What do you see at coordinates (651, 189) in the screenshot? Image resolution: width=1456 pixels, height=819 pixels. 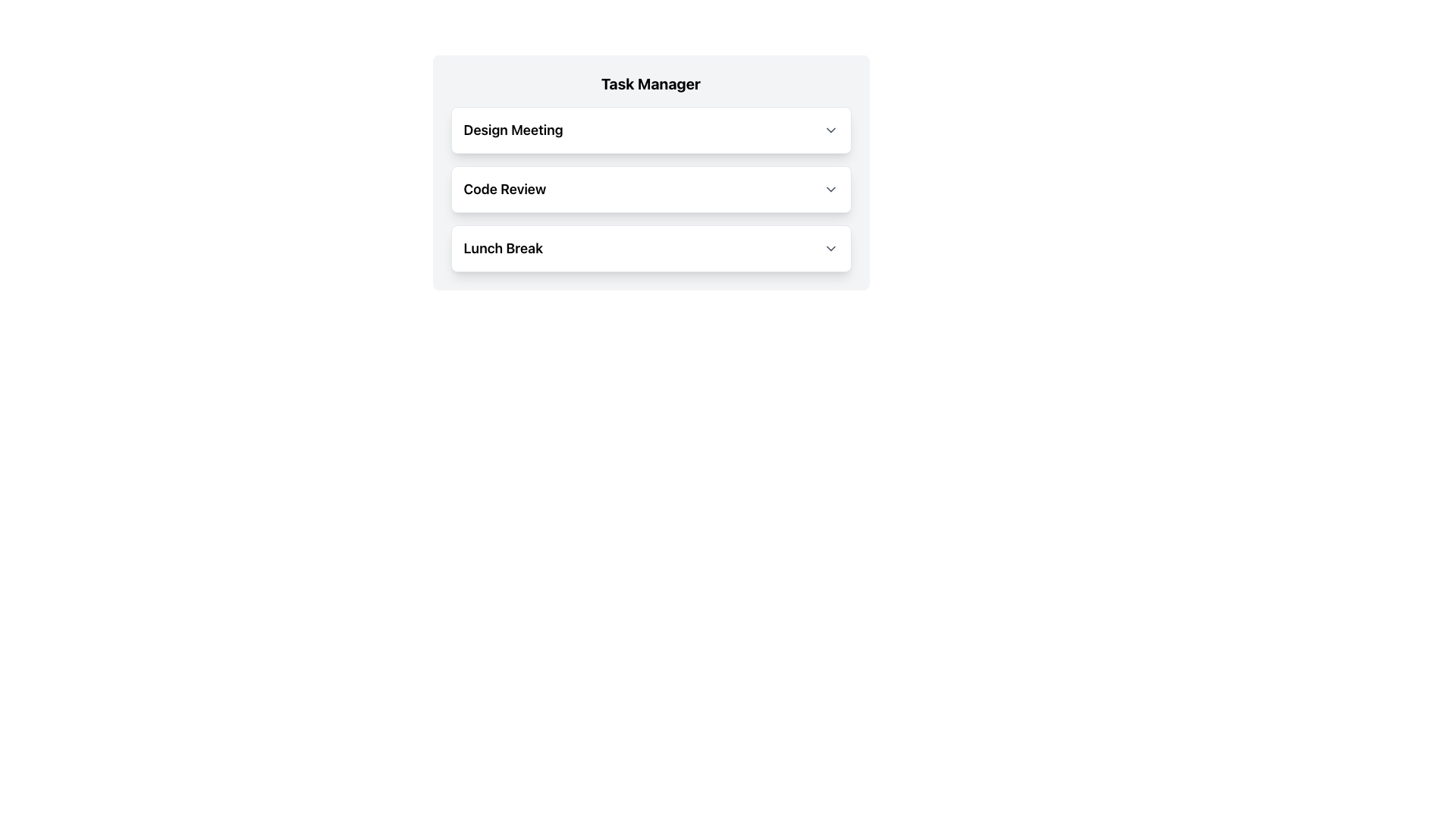 I see `the task panel located below the 'Design Meeting' item and above the 'Lunch Break' item to mark it as active` at bounding box center [651, 189].